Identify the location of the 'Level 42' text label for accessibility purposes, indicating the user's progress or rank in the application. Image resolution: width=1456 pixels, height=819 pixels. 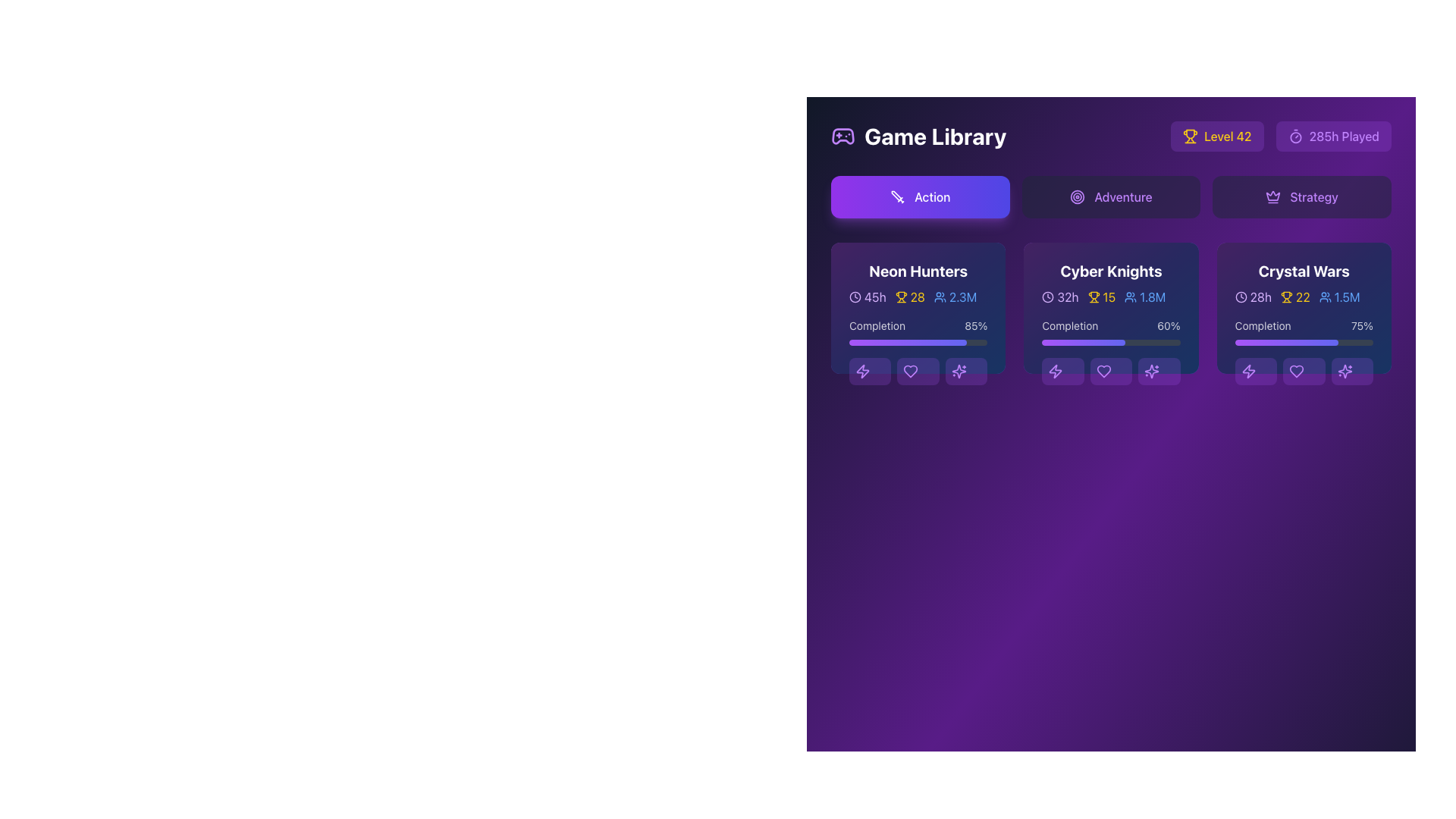
(1228, 136).